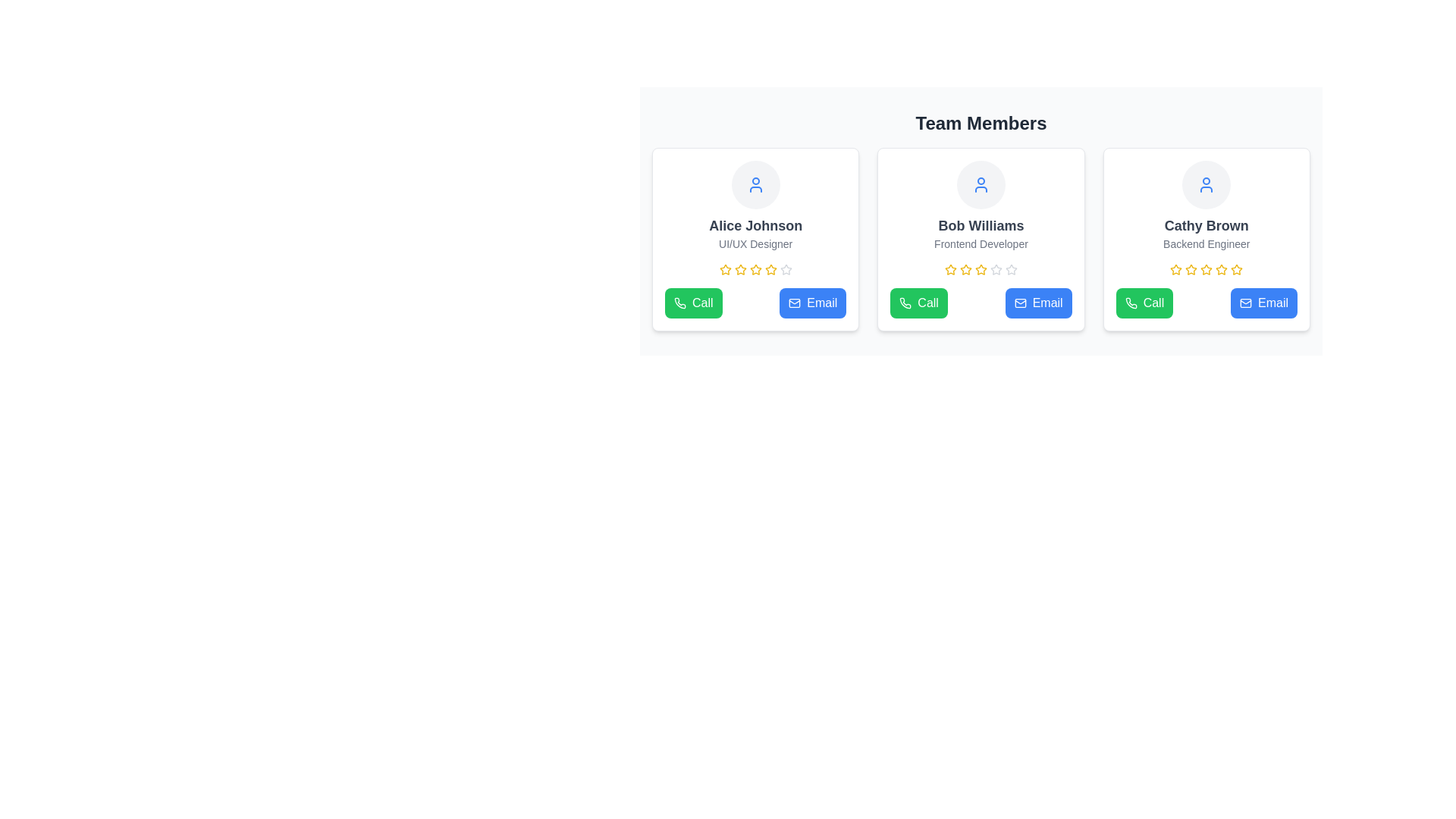 The width and height of the screenshot is (1456, 819). Describe the element at coordinates (755, 225) in the screenshot. I see `the text label that reads 'Alice Johnson', which is styled with a larger font size and dark gray color, positioned below a user avatar icon in a profile card layout` at that location.